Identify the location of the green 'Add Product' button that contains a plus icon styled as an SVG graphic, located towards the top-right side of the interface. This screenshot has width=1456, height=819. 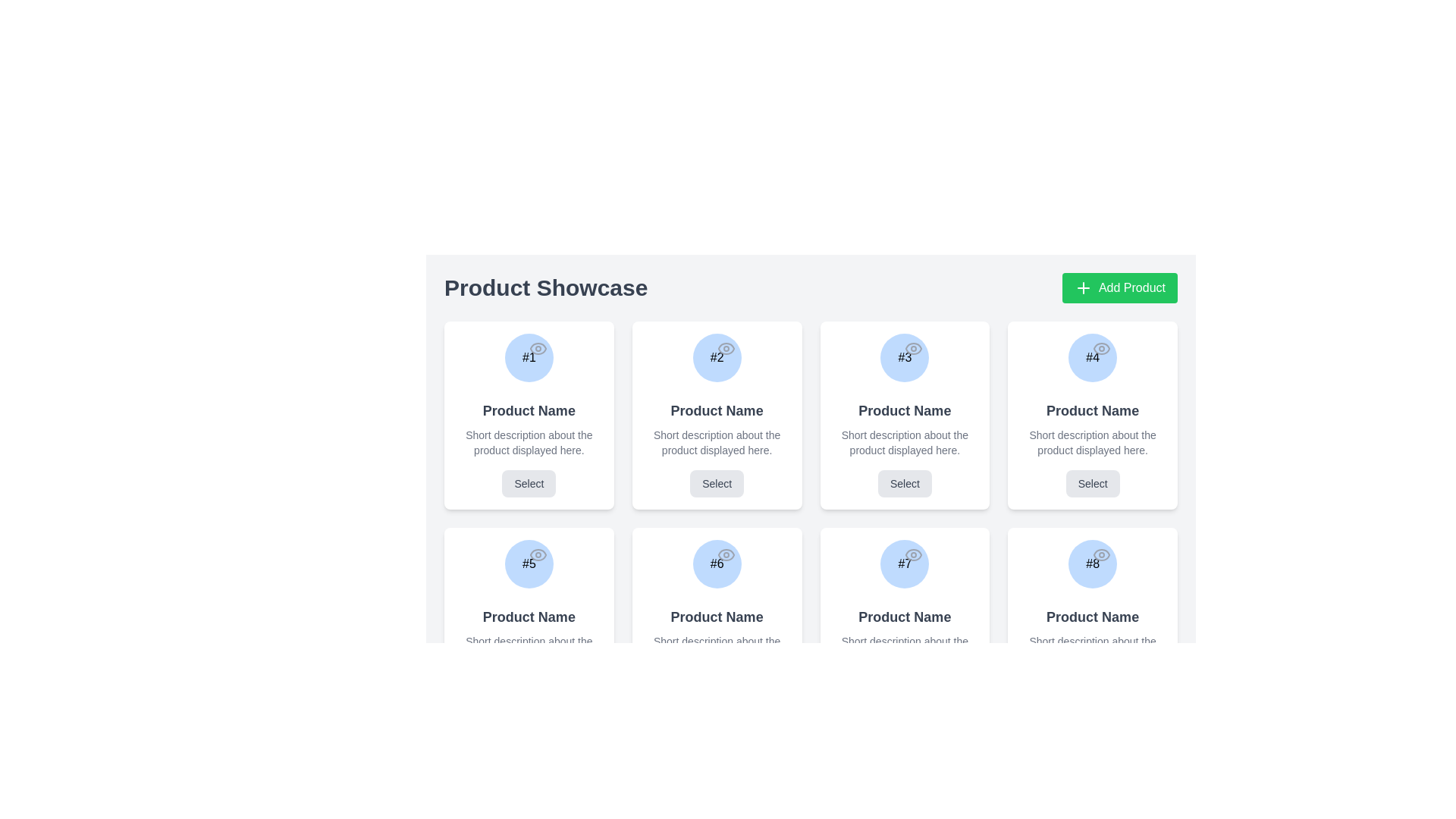
(1082, 288).